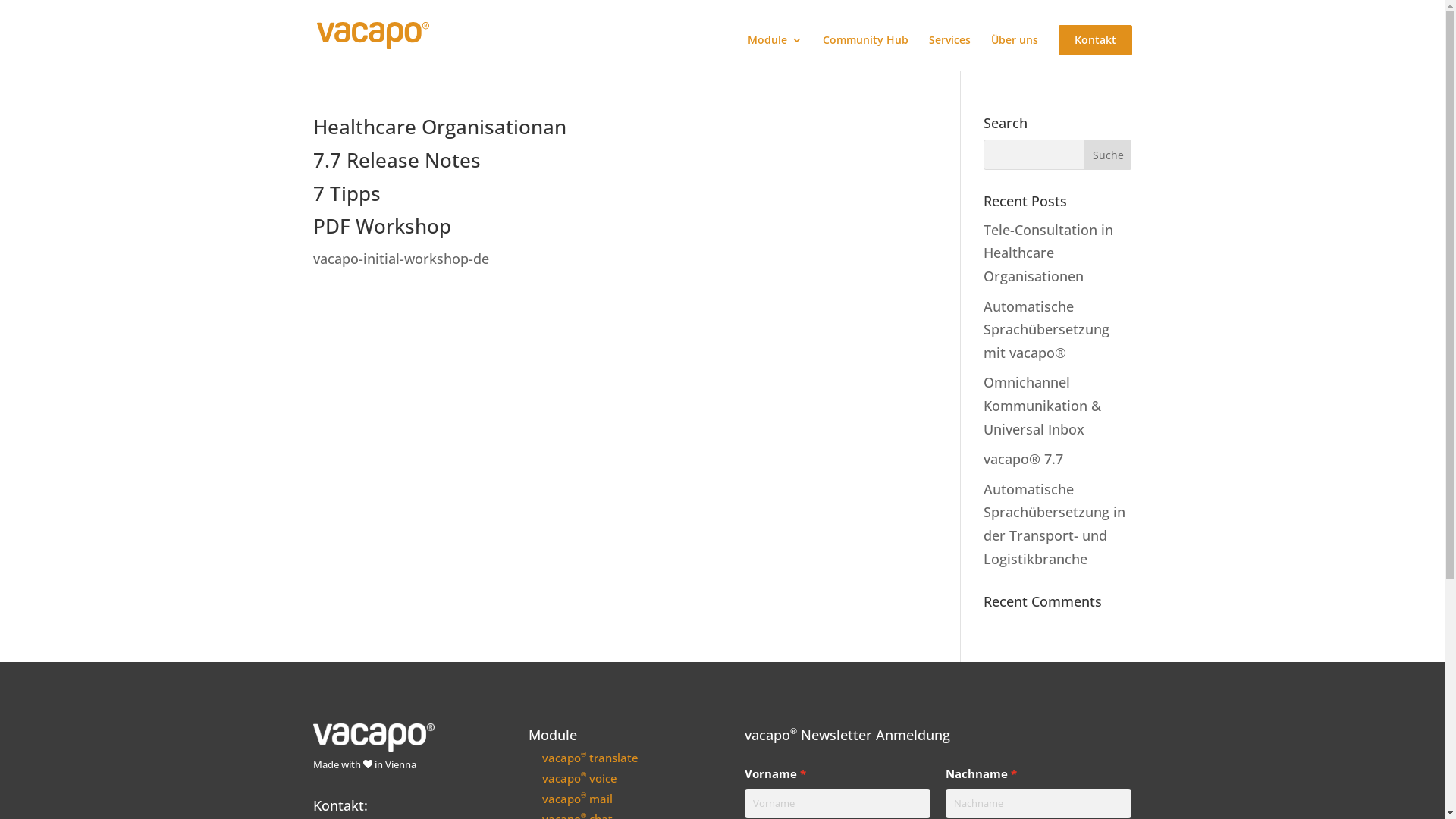 The width and height of the screenshot is (1456, 819). What do you see at coordinates (864, 52) in the screenshot?
I see `'Community Hub'` at bounding box center [864, 52].